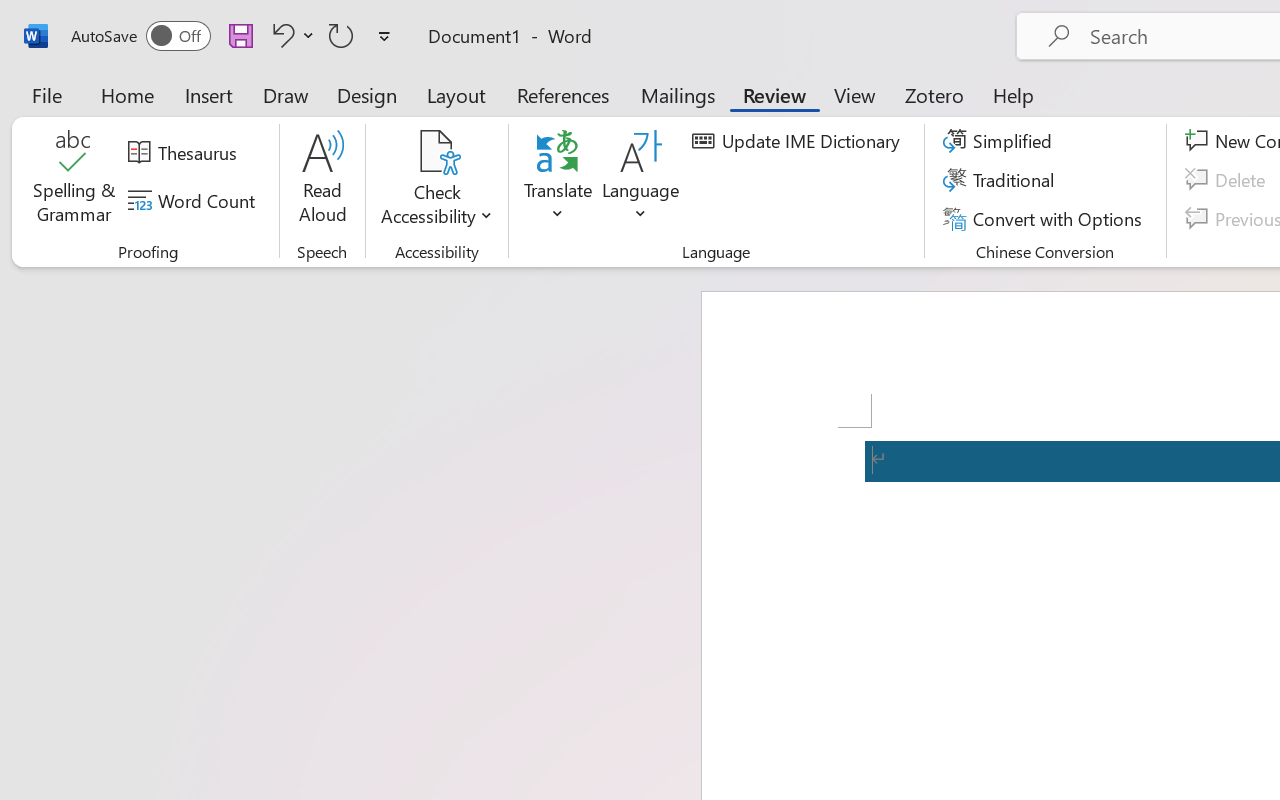  What do you see at coordinates (1044, 218) in the screenshot?
I see `'Convert with Options...'` at bounding box center [1044, 218].